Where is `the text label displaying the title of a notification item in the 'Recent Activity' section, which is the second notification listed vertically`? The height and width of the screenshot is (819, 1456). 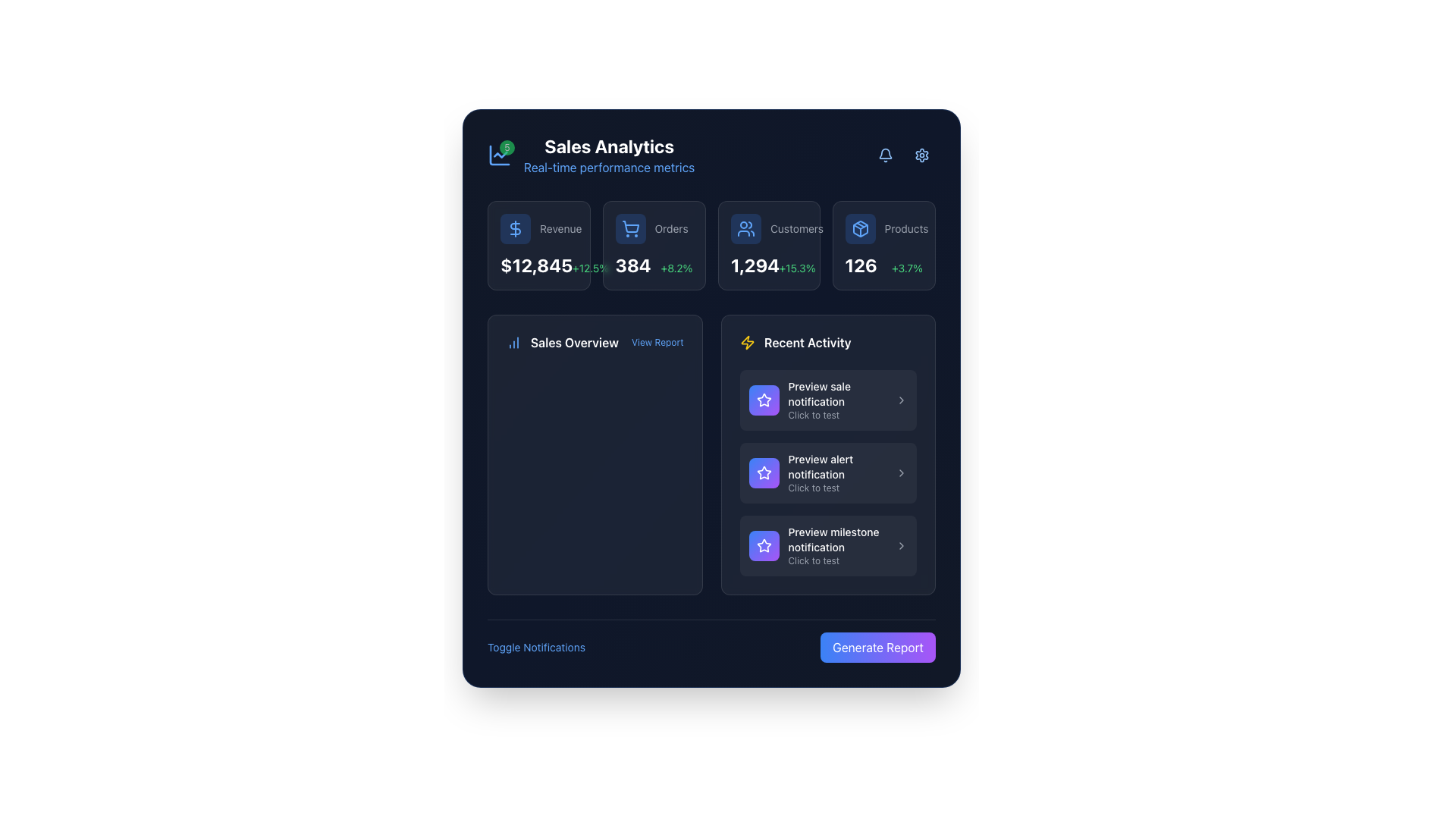 the text label displaying the title of a notification item in the 'Recent Activity' section, which is the second notification listed vertically is located at coordinates (836, 466).